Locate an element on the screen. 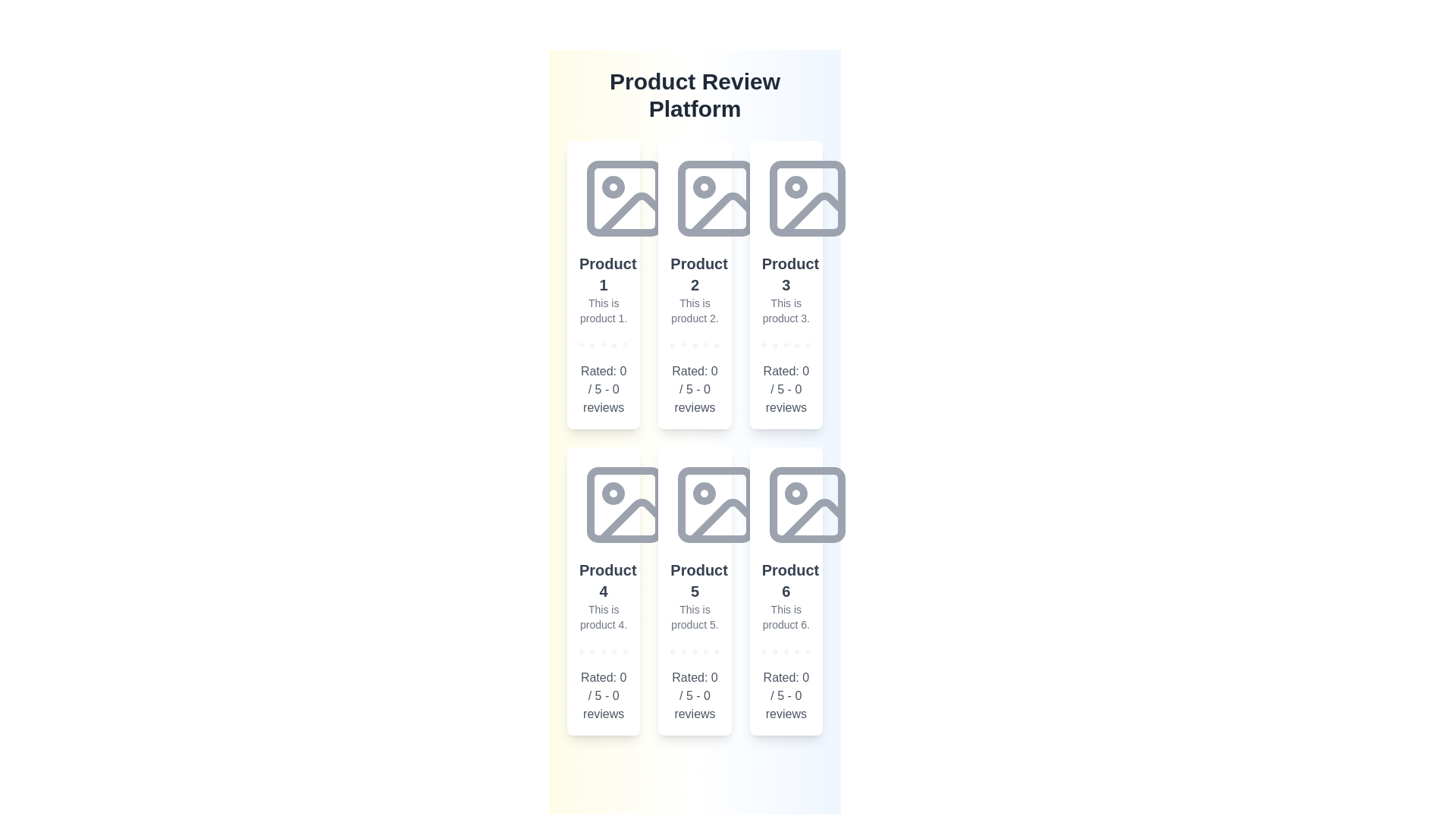 This screenshot has width=1456, height=819. the product card for Product 5 is located at coordinates (694, 590).